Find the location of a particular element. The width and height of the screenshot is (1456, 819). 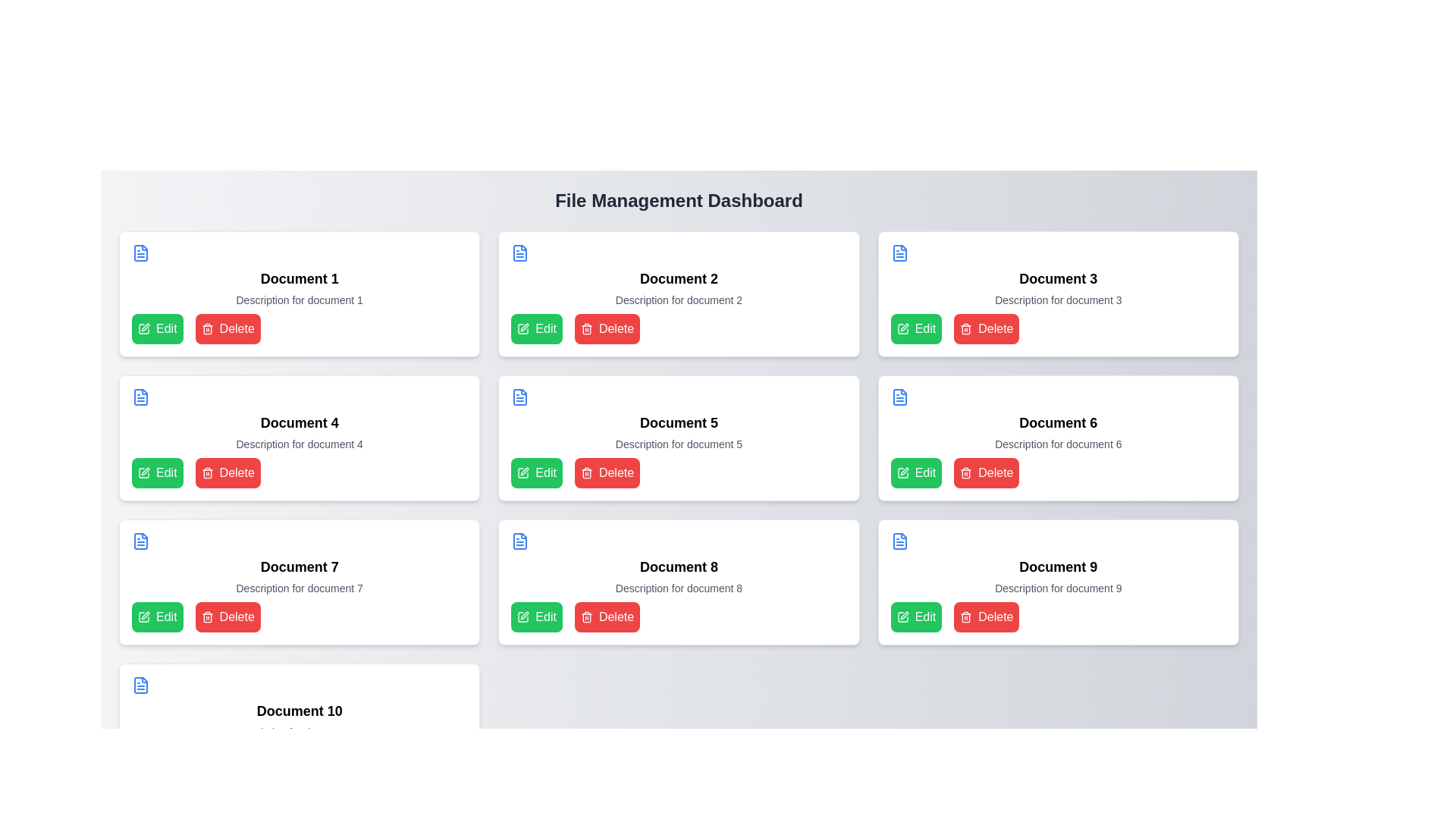

the red trash can icon located to the left of the 'Delete' text in the 'Delete' button is located at coordinates (206, 472).